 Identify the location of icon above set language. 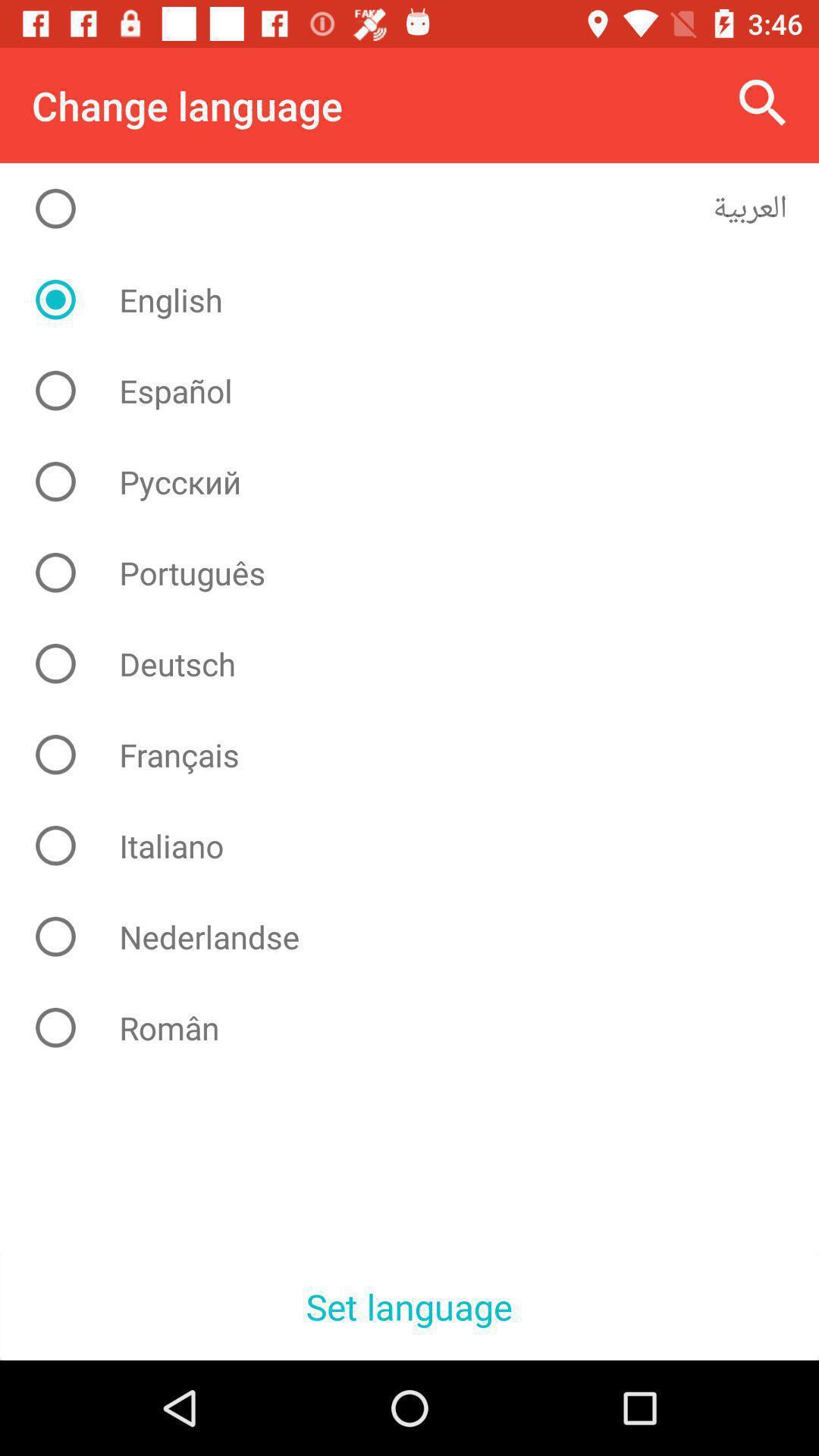
(421, 1028).